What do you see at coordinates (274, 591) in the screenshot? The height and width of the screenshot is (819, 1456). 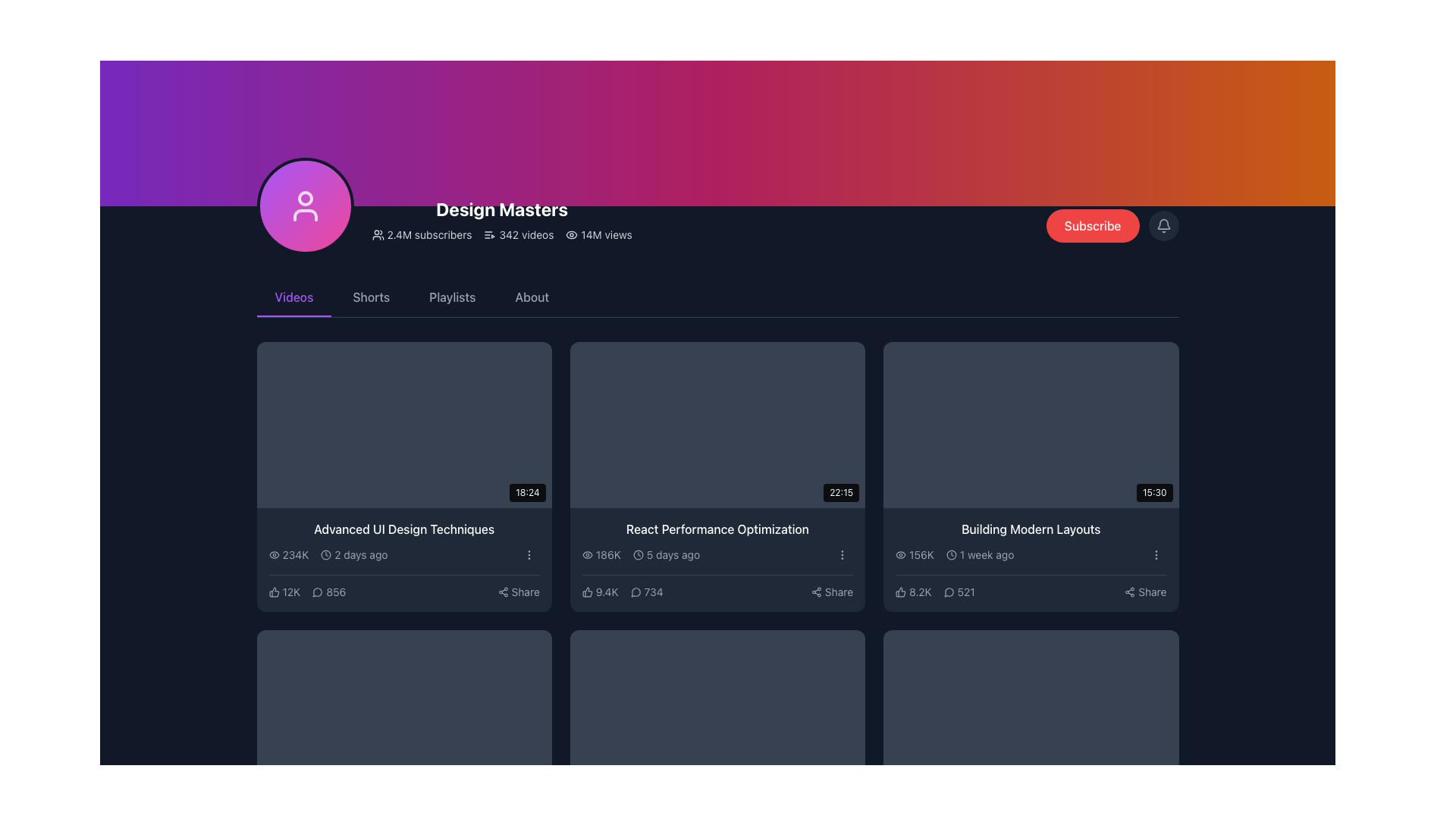 I see `the thumbs-up icon located at the lower section of the card for the video titled 'Advanced UI Design Techniques' to like the video` at bounding box center [274, 591].